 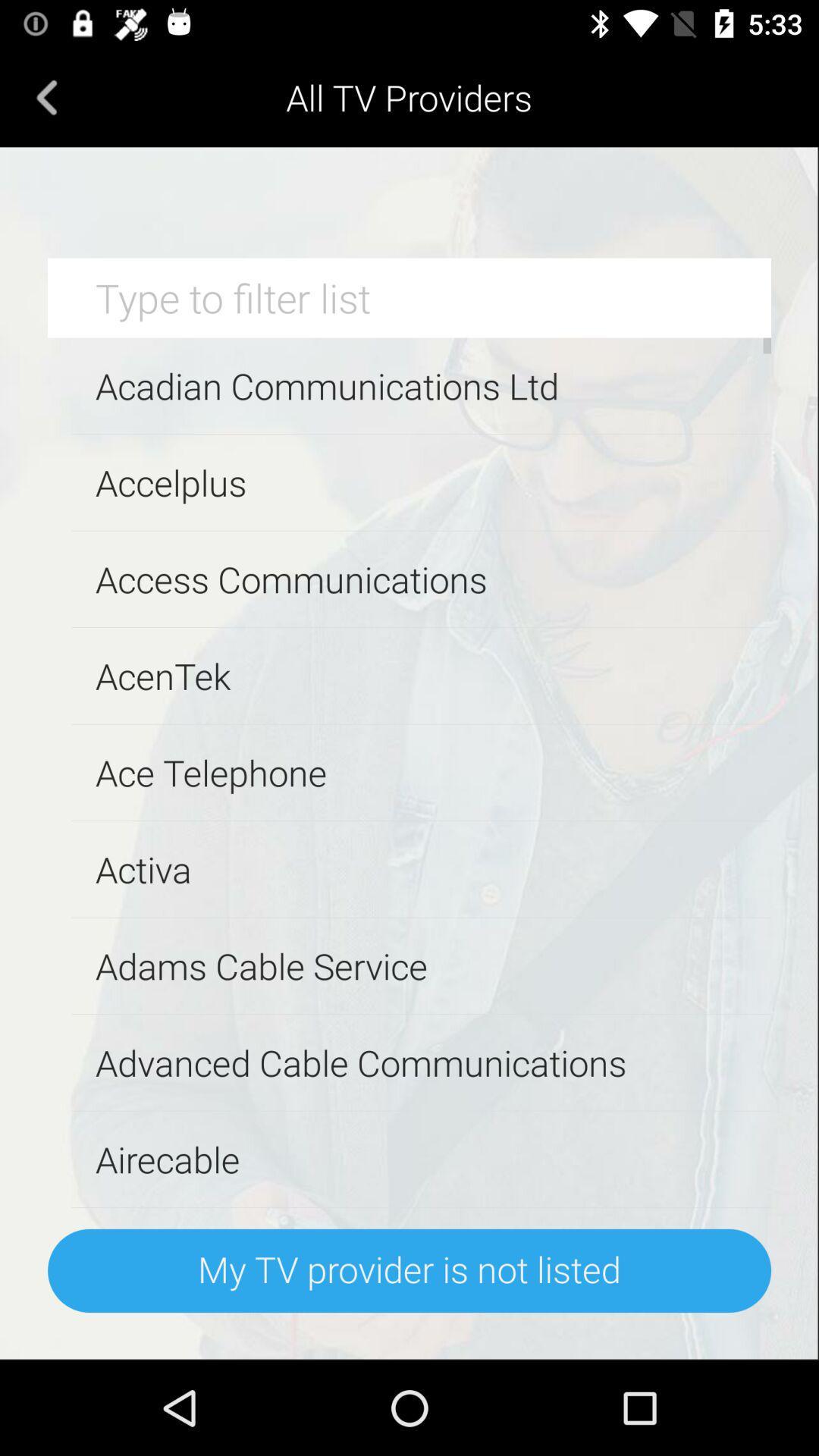 I want to click on the last highlighted option, so click(x=409, y=1270).